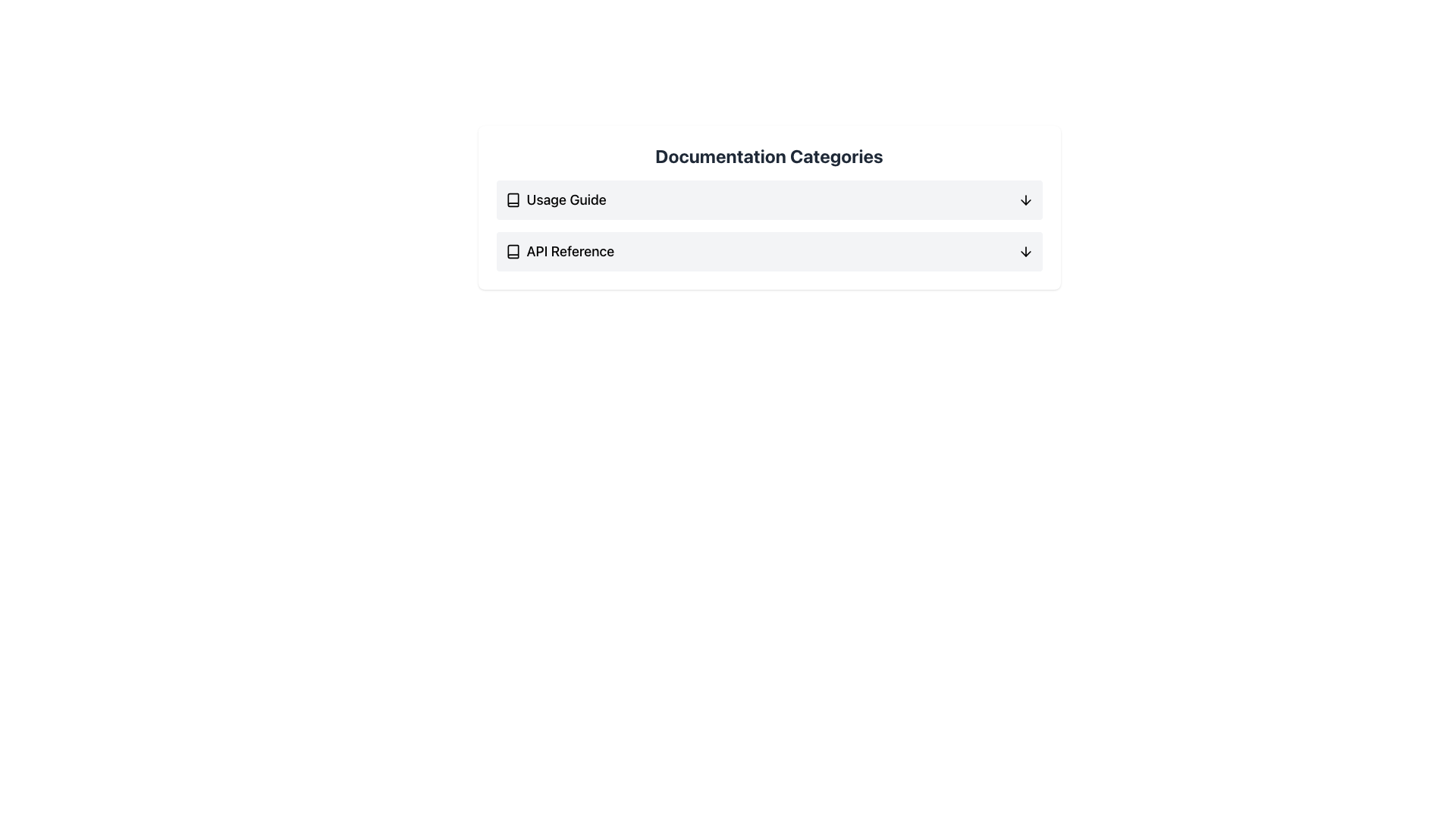  I want to click on the text label 'Documentation Categories', which is styled with a bold font and dark gray color, indicating it is a section title above the content list, so click(769, 155).